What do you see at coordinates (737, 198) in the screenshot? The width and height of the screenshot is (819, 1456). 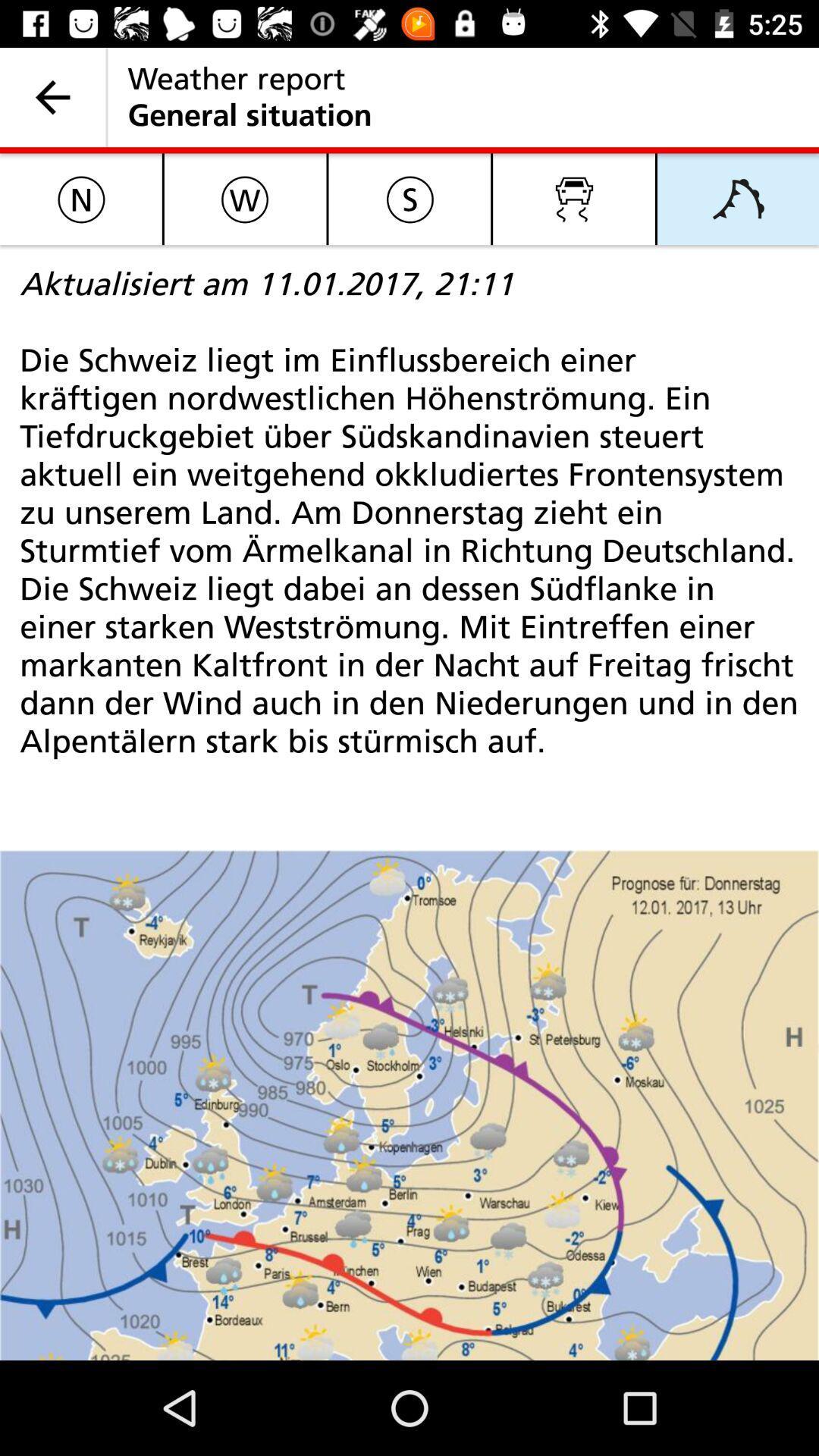 I see `the font icon` at bounding box center [737, 198].